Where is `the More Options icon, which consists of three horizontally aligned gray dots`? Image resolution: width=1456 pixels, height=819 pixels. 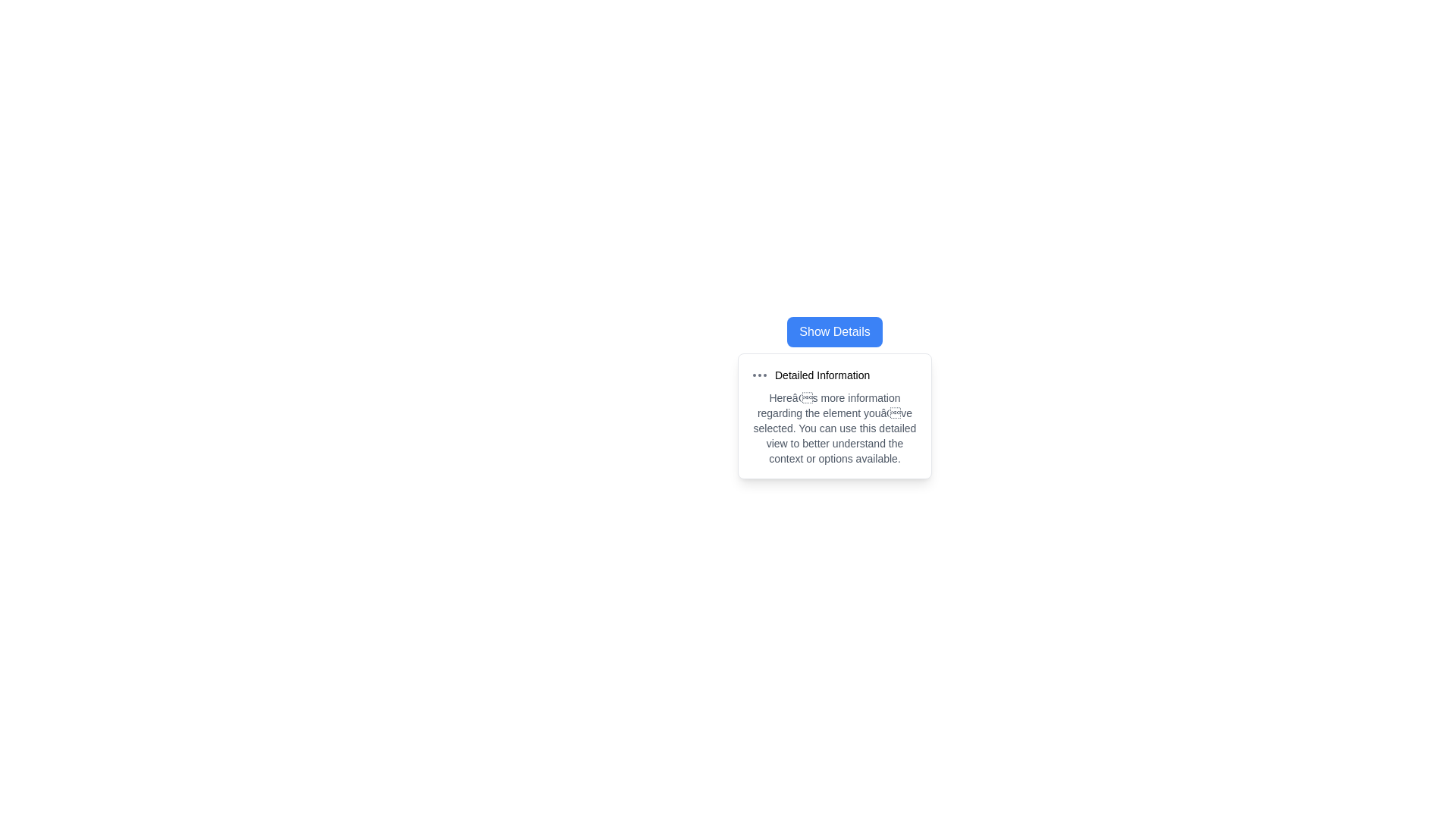
the More Options icon, which consists of three horizontally aligned gray dots is located at coordinates (760, 375).